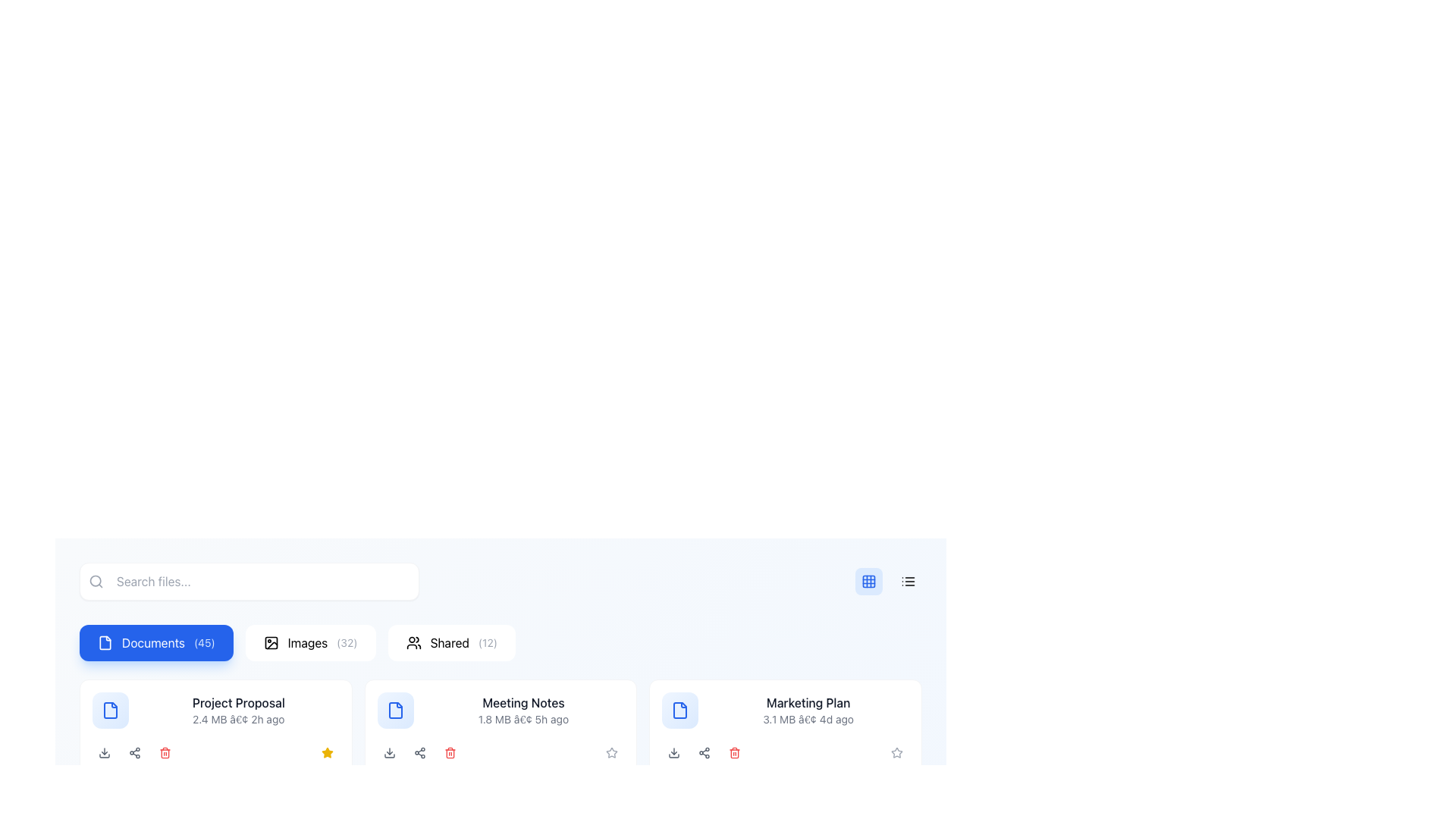 The width and height of the screenshot is (1456, 819). What do you see at coordinates (156, 643) in the screenshot?
I see `the first button in the horizontal group that navigates to the documents section for keyboard interaction` at bounding box center [156, 643].